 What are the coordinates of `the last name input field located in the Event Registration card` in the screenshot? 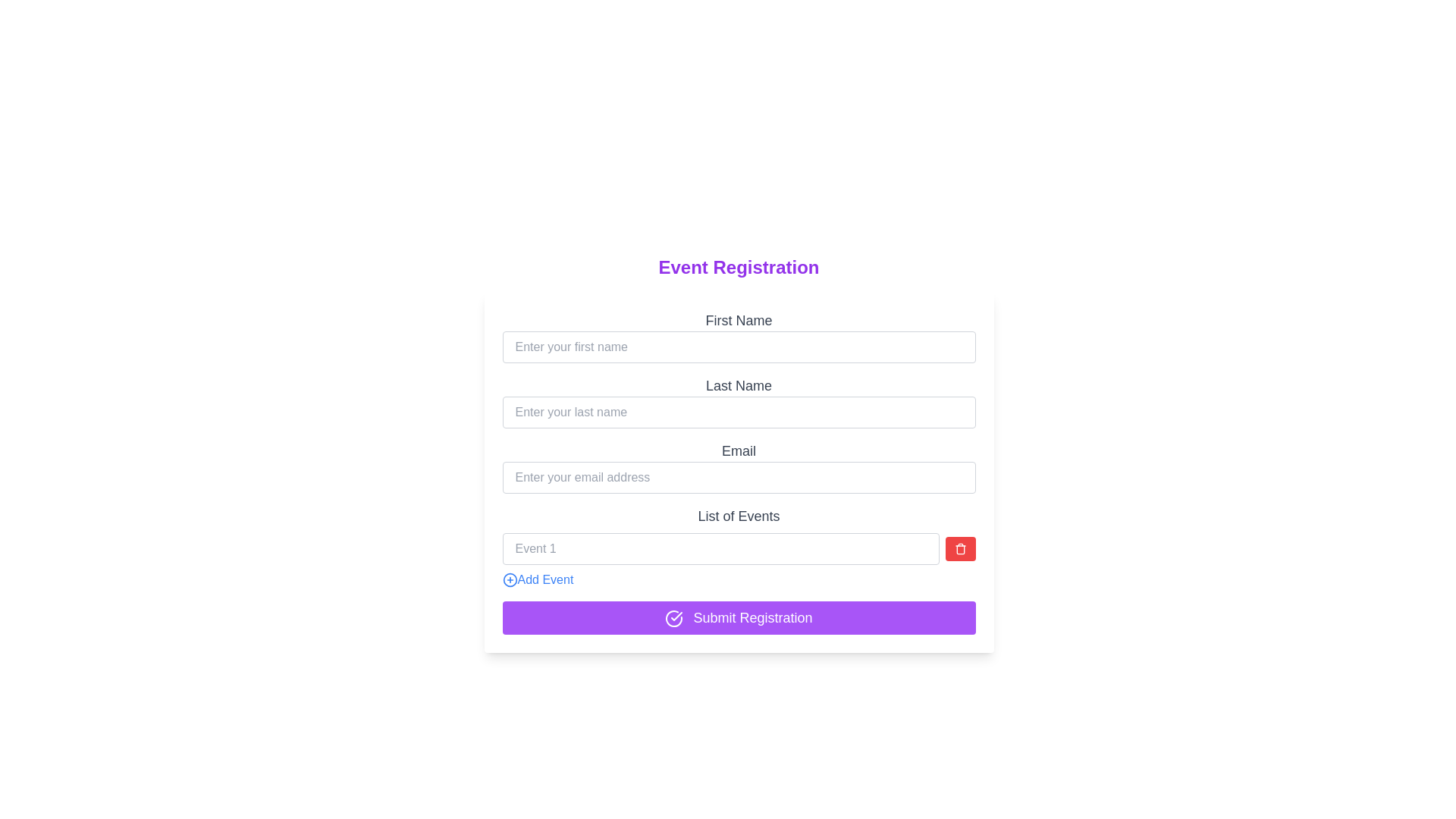 It's located at (739, 400).